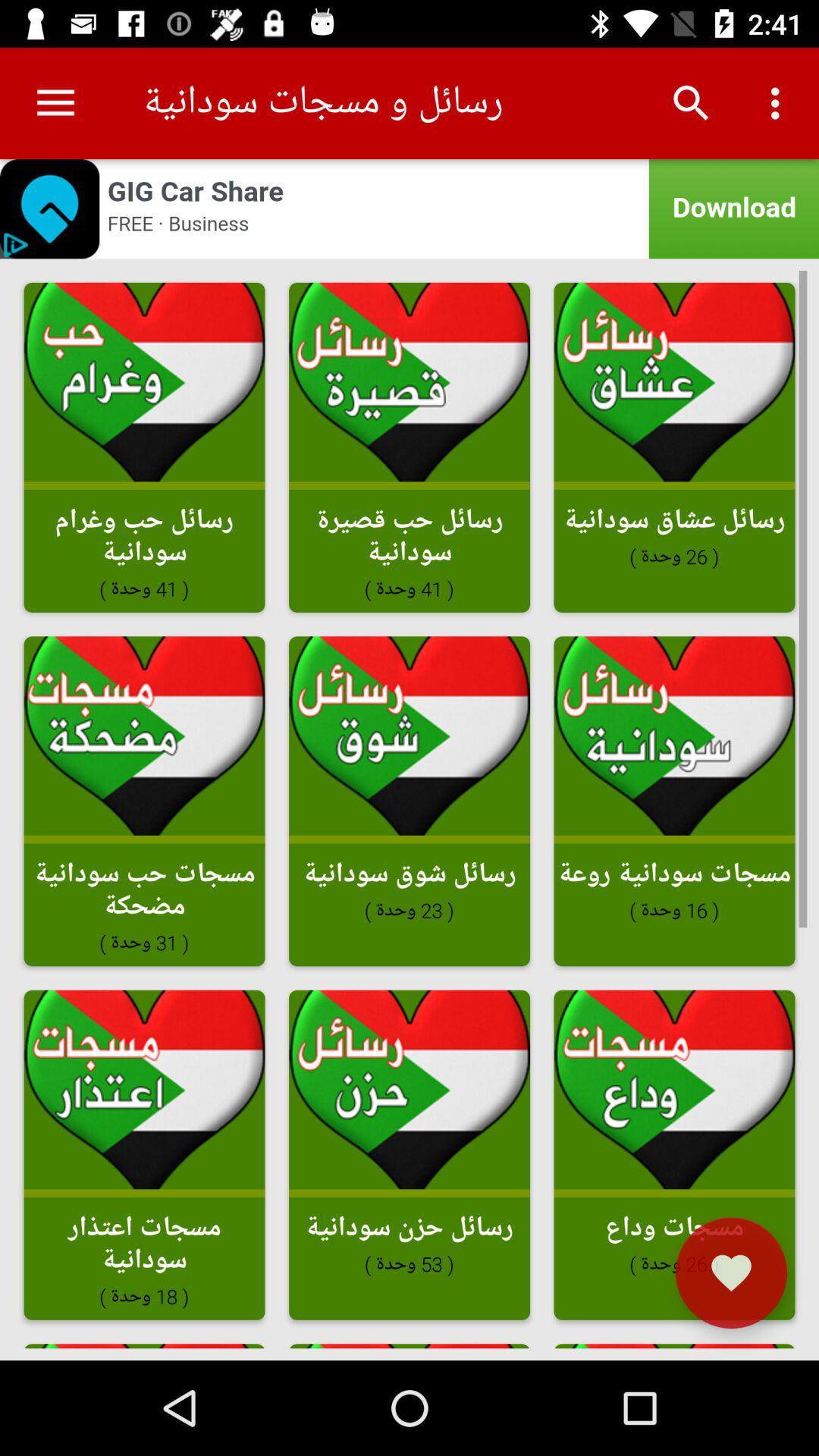  I want to click on the favorite icon, so click(730, 1272).